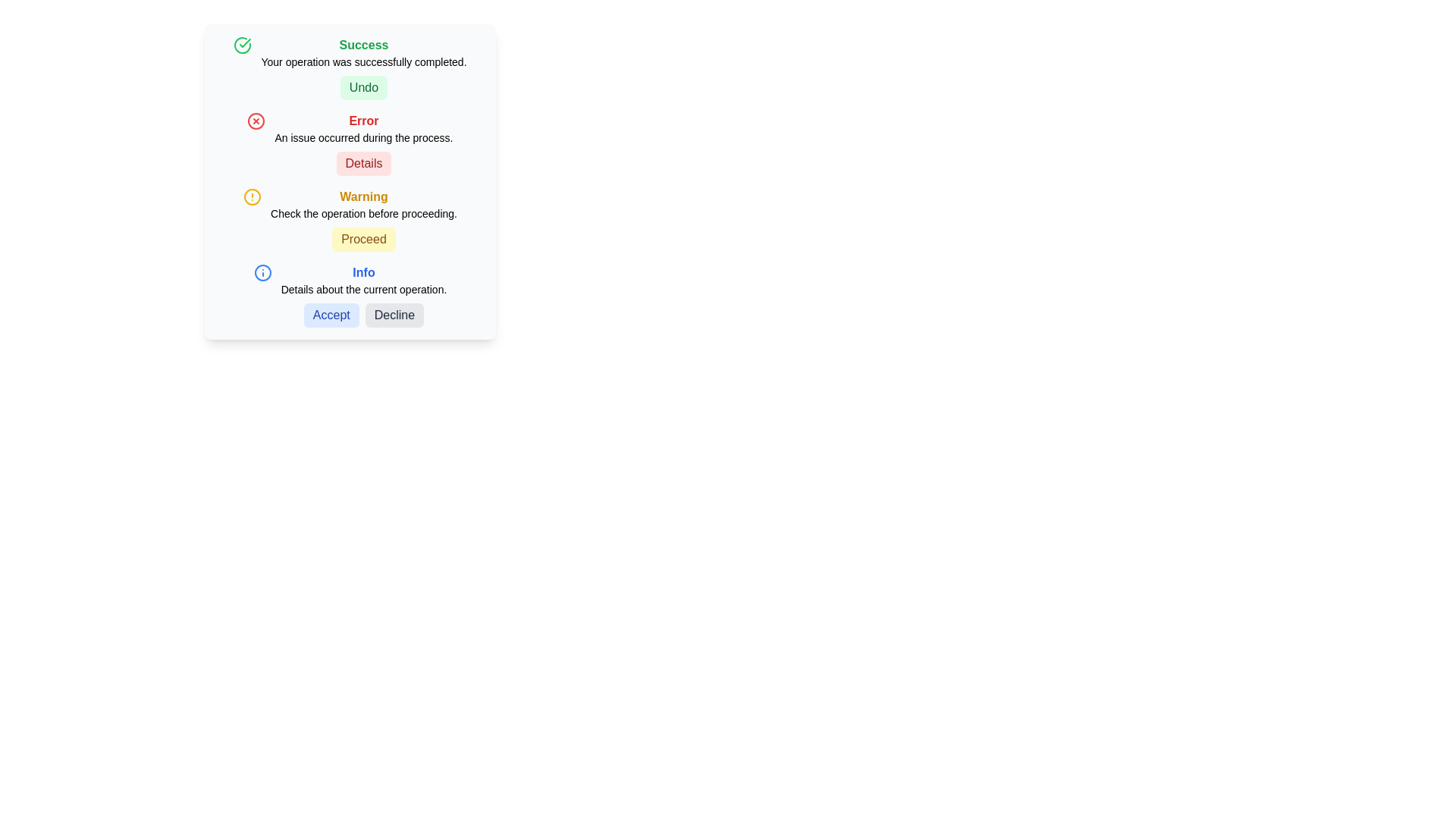 Image resolution: width=1456 pixels, height=819 pixels. What do you see at coordinates (364, 164) in the screenshot?
I see `the button located directly below the error message 'Error: An issue occurred during the process.'` at bounding box center [364, 164].